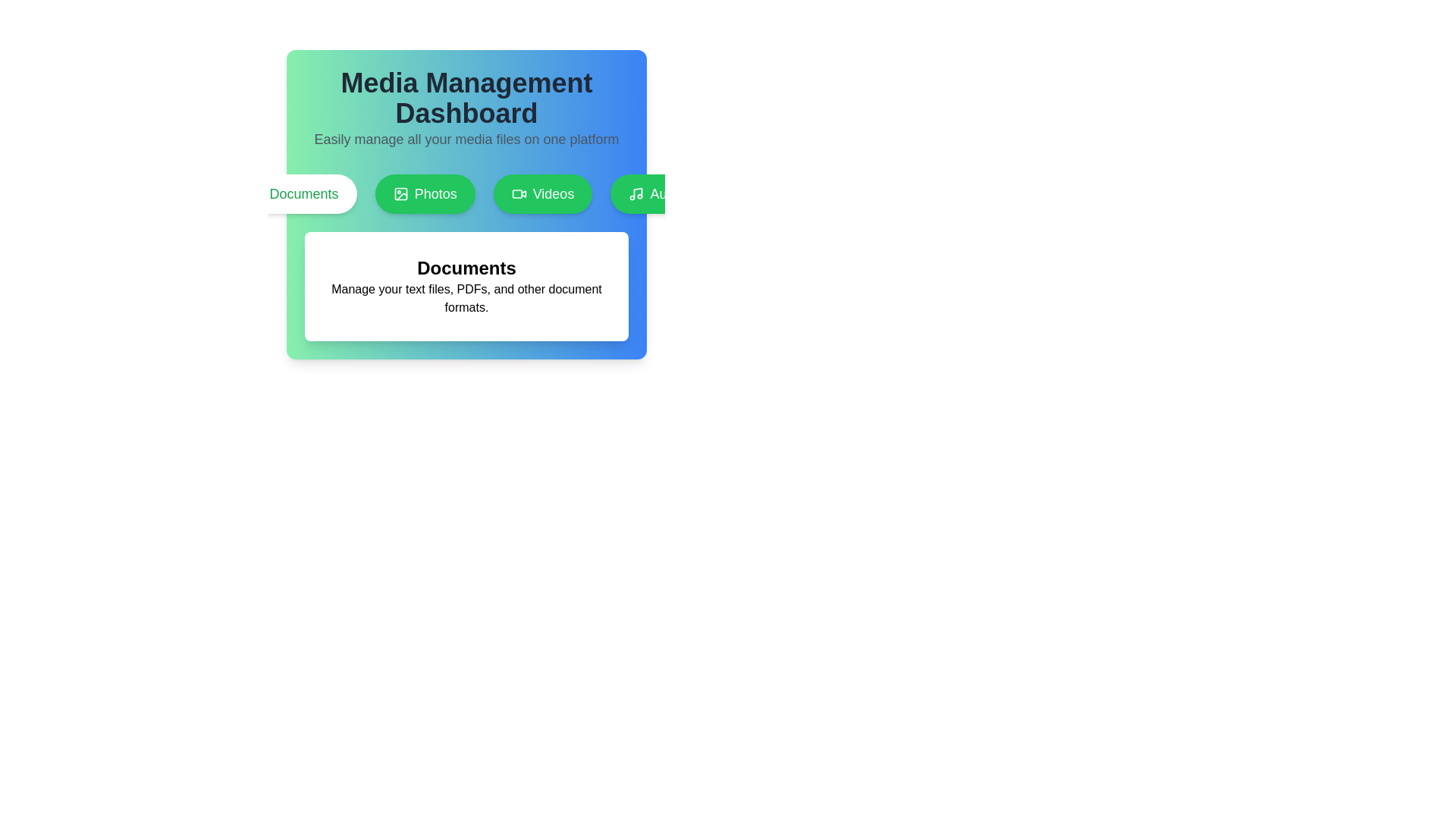 This screenshot has height=819, width=1456. I want to click on the music icon with a green background and a white outline, located to the left of the 'Audio' button in the bottom row of buttons on the blue card layout, so click(636, 193).